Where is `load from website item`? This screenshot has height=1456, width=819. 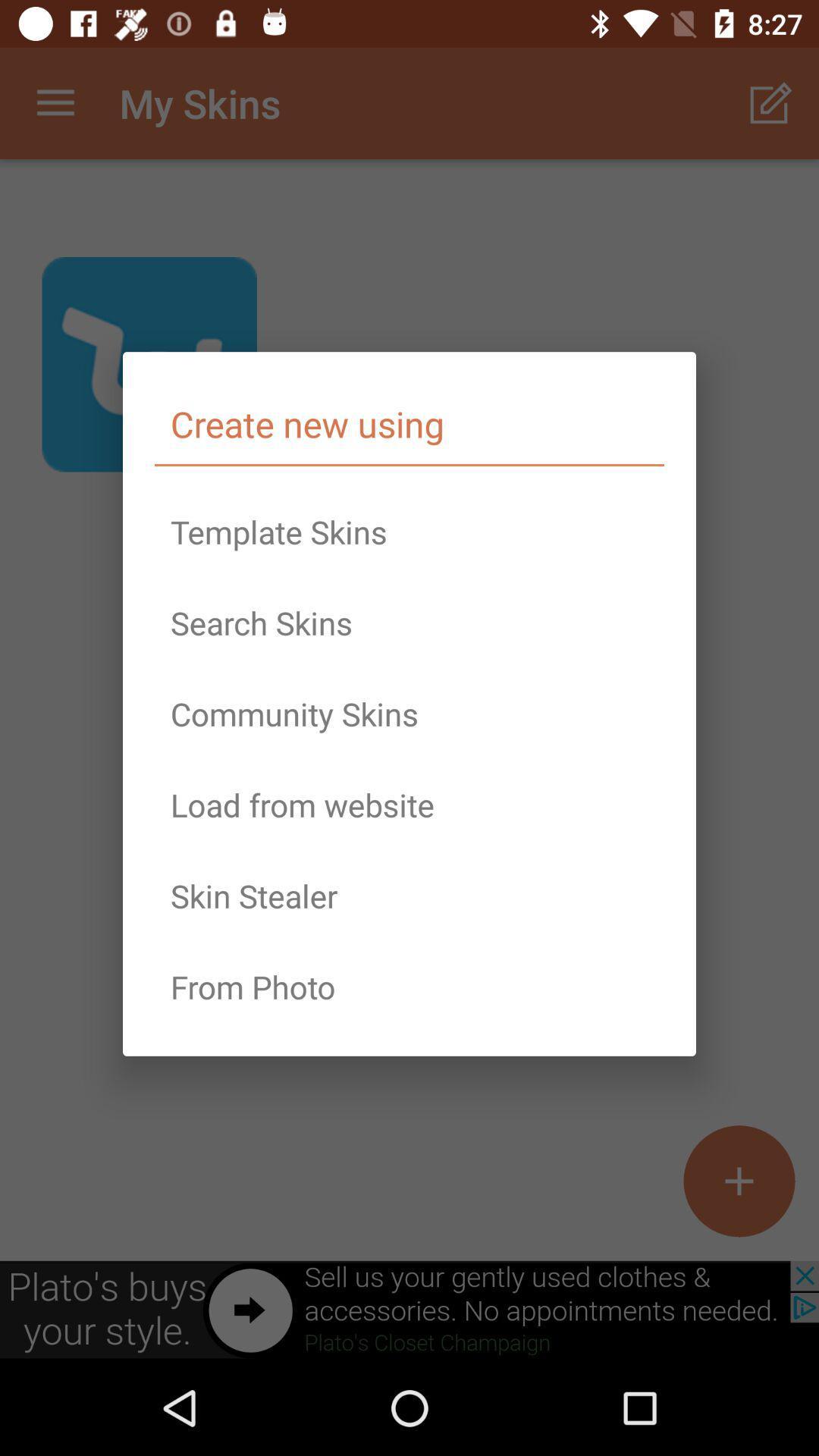
load from website item is located at coordinates (409, 804).